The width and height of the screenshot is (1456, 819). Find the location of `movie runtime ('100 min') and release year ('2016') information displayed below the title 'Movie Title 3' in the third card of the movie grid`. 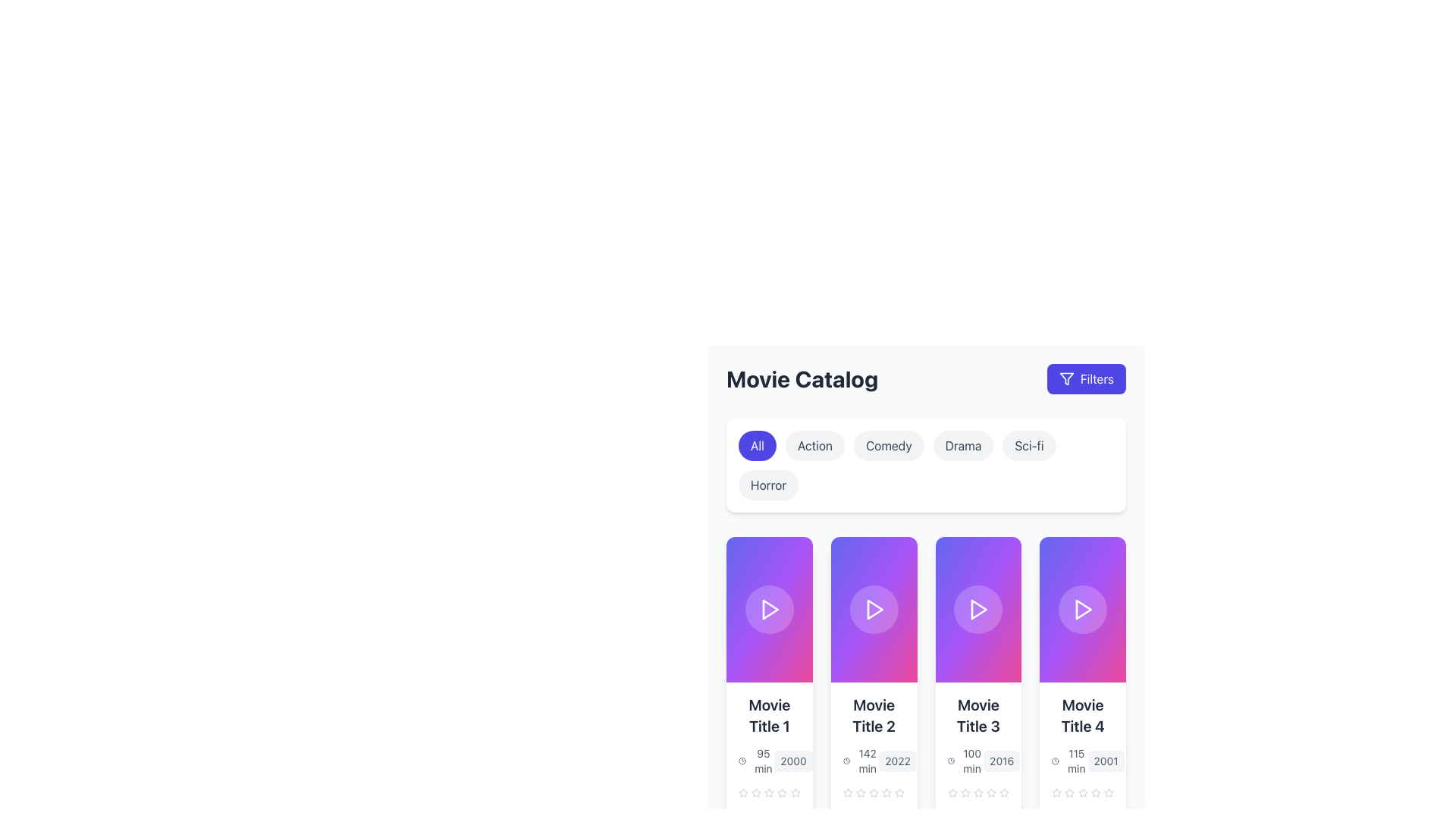

movie runtime ('100 min') and release year ('2016') information displayed below the title 'Movie Title 3' in the third card of the movie grid is located at coordinates (978, 761).